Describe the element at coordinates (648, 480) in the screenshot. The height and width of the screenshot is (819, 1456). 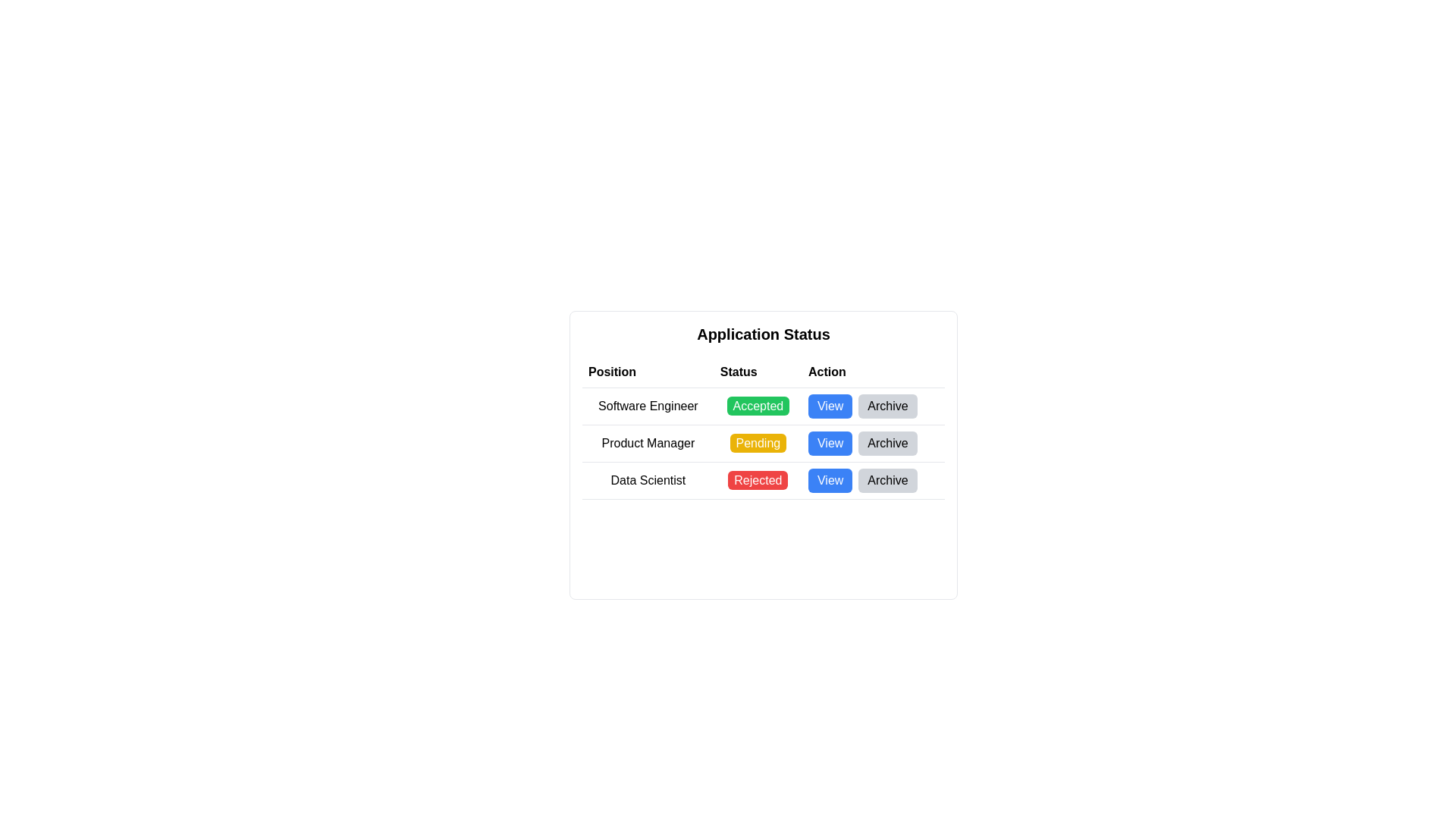
I see `static text label displaying 'Data Scientist', which is the first item in the row labeled 'Data Scientist' in a structured table, positioned to the left of the 'Rejected' status and 'View' action buttons` at that location.